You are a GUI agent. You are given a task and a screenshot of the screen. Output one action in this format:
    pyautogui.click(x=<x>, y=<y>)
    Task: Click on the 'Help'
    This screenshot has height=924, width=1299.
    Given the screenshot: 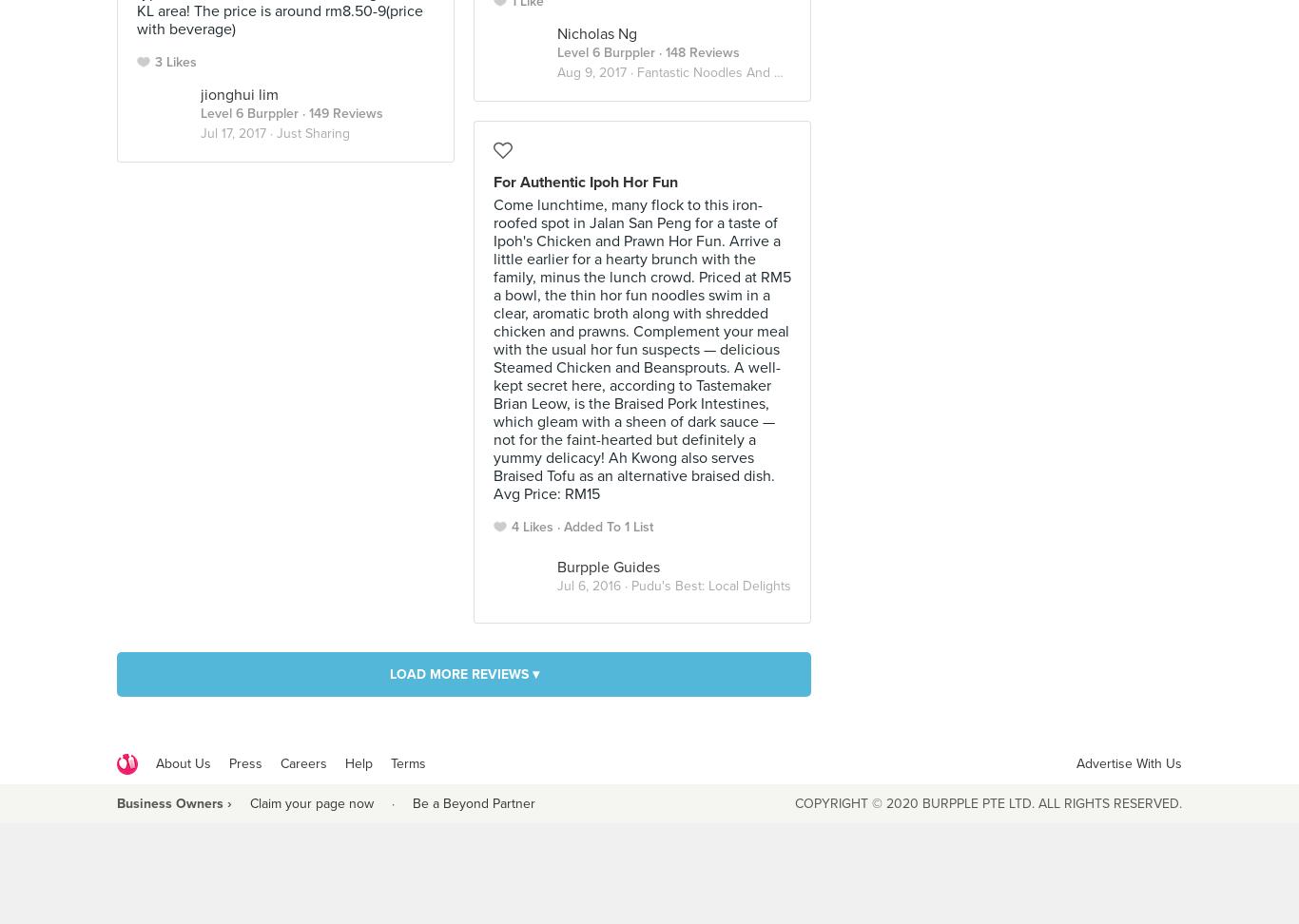 What is the action you would take?
    pyautogui.click(x=358, y=762)
    